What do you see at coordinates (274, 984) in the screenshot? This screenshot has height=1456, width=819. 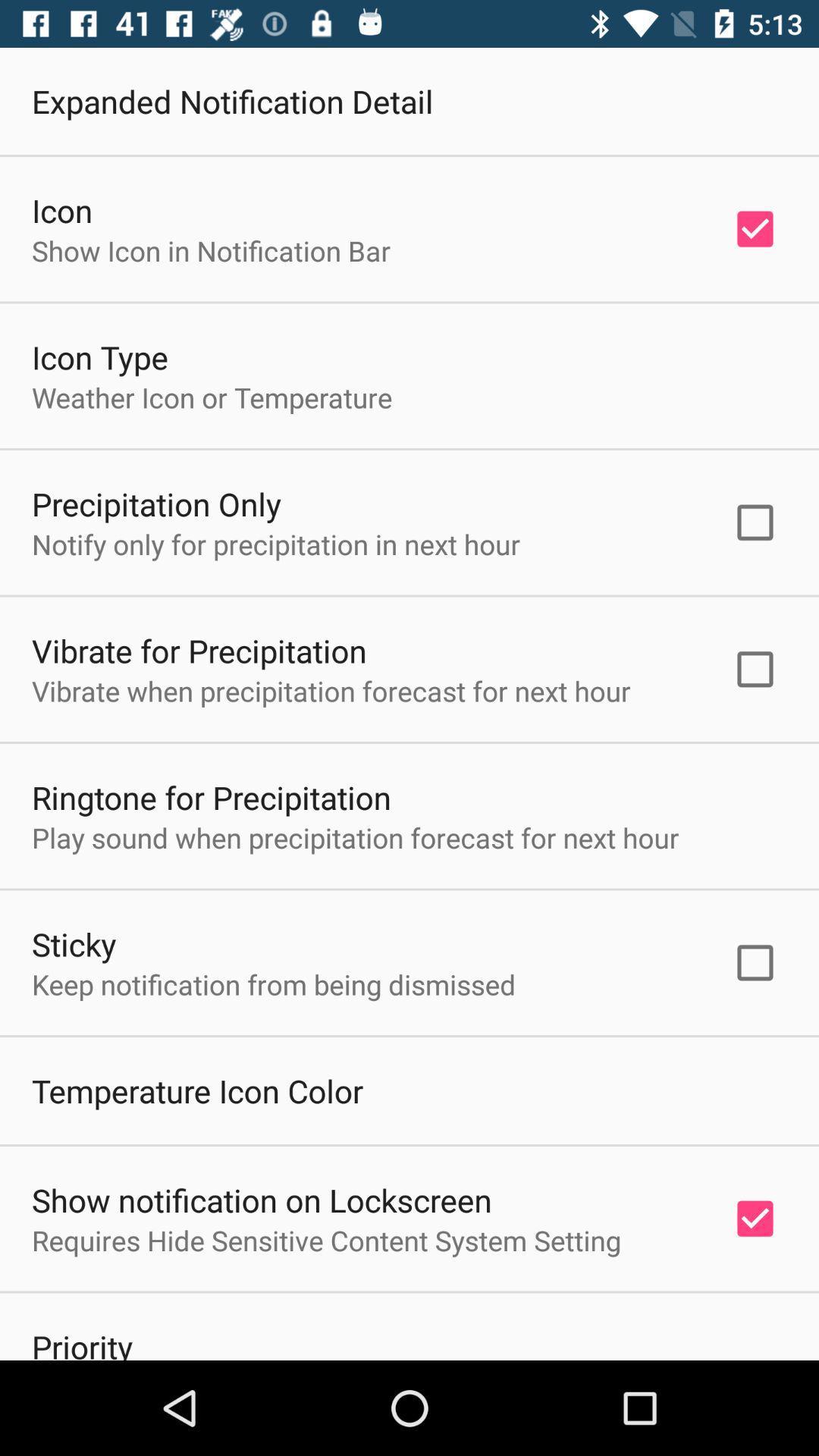 I see `the icon below the sticky icon` at bounding box center [274, 984].